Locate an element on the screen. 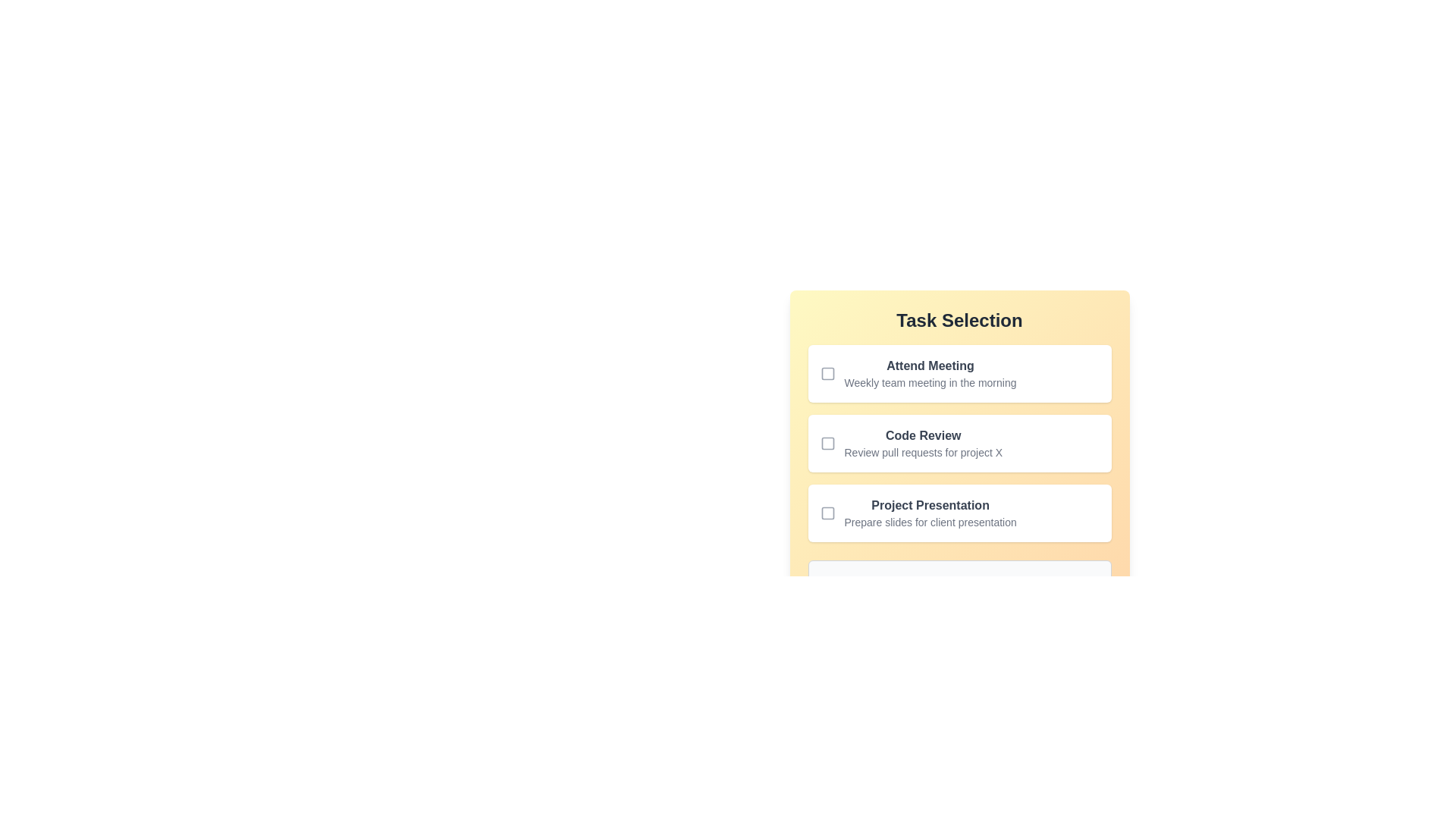  the 'Attend Meeting' task checkbox located at the top of the task list to read its full content is located at coordinates (959, 374).